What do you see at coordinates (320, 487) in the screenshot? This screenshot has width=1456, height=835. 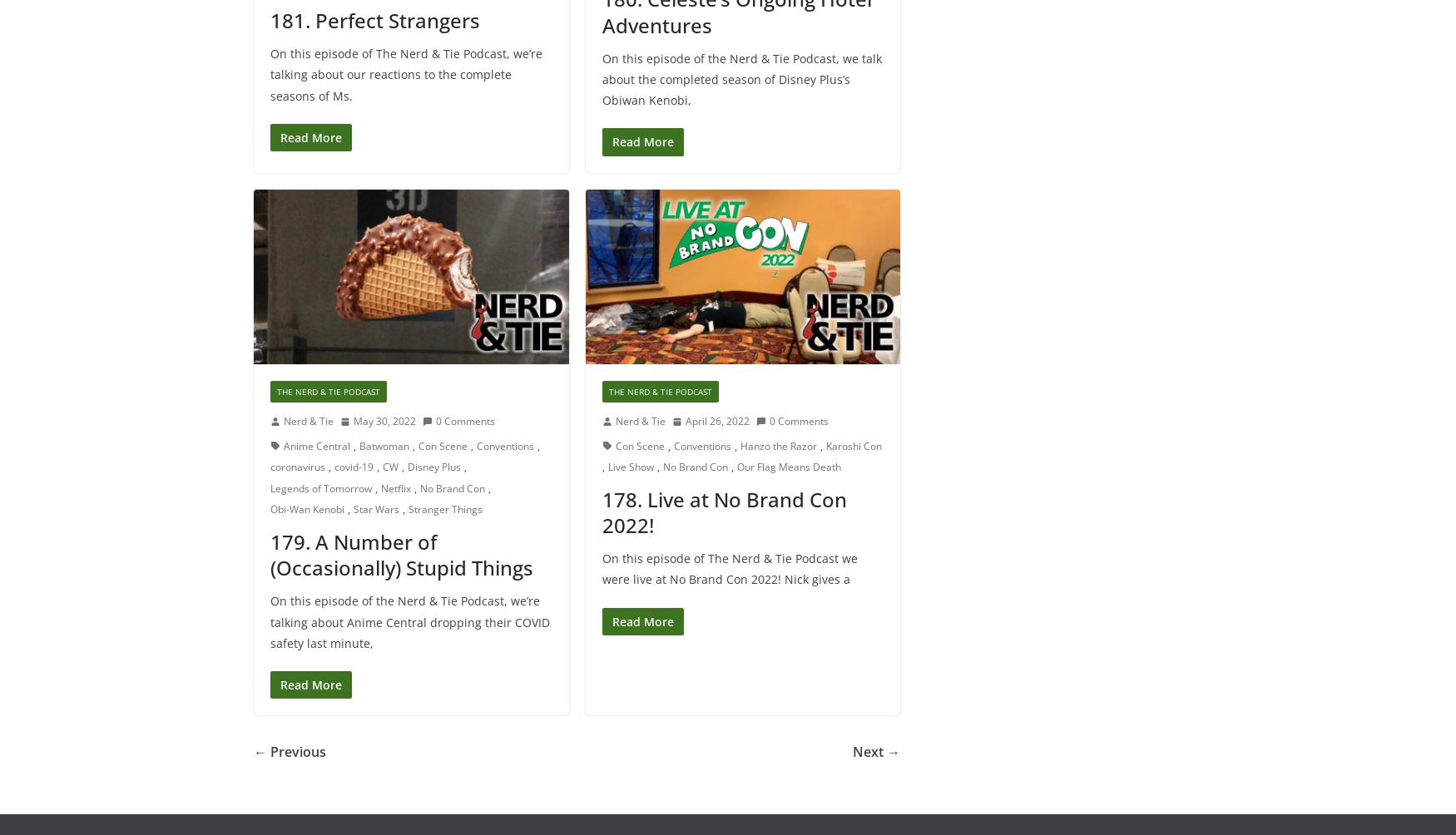 I see `'Legends of Tomorrow'` at bounding box center [320, 487].